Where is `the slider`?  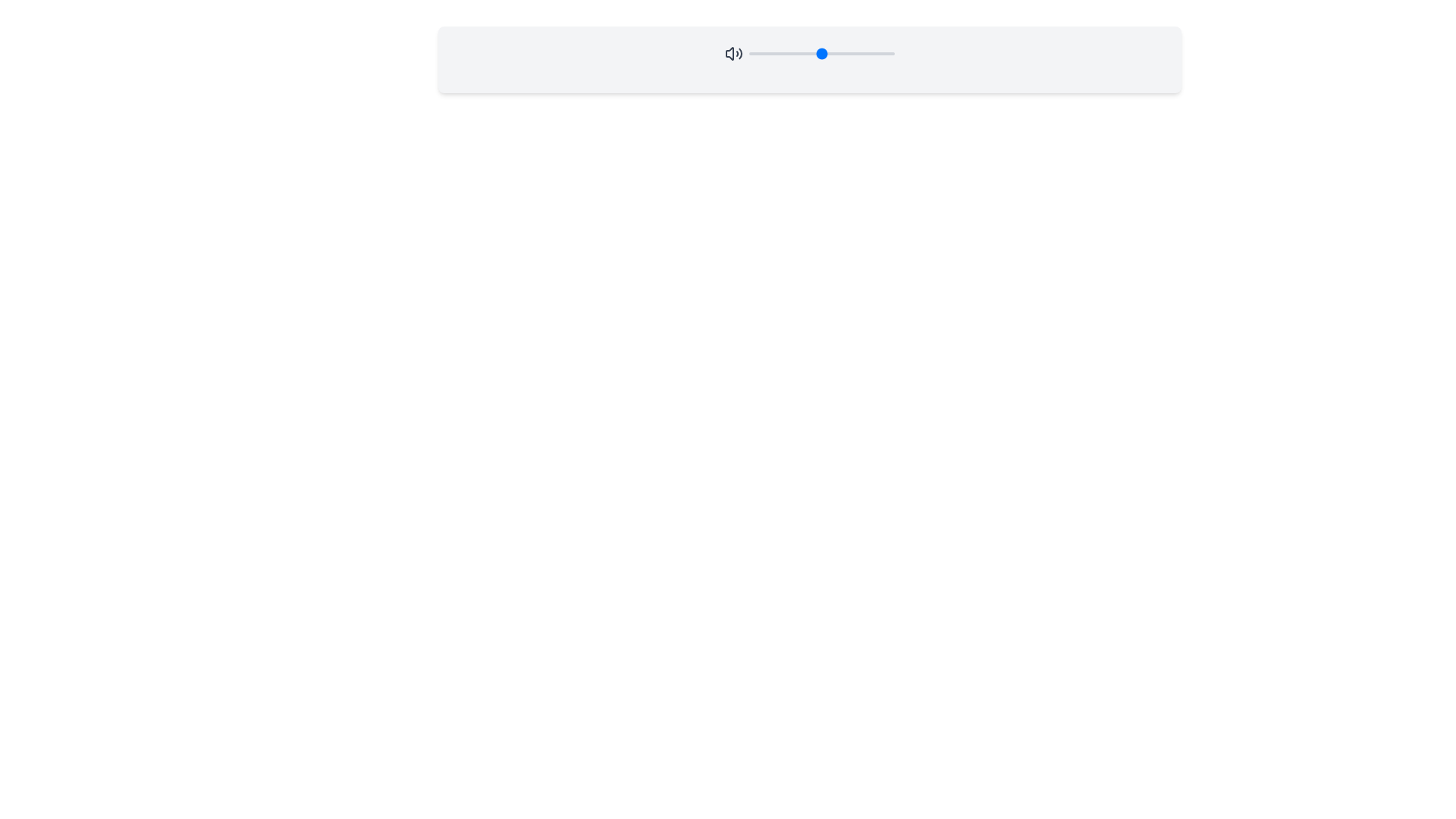 the slider is located at coordinates (799, 52).